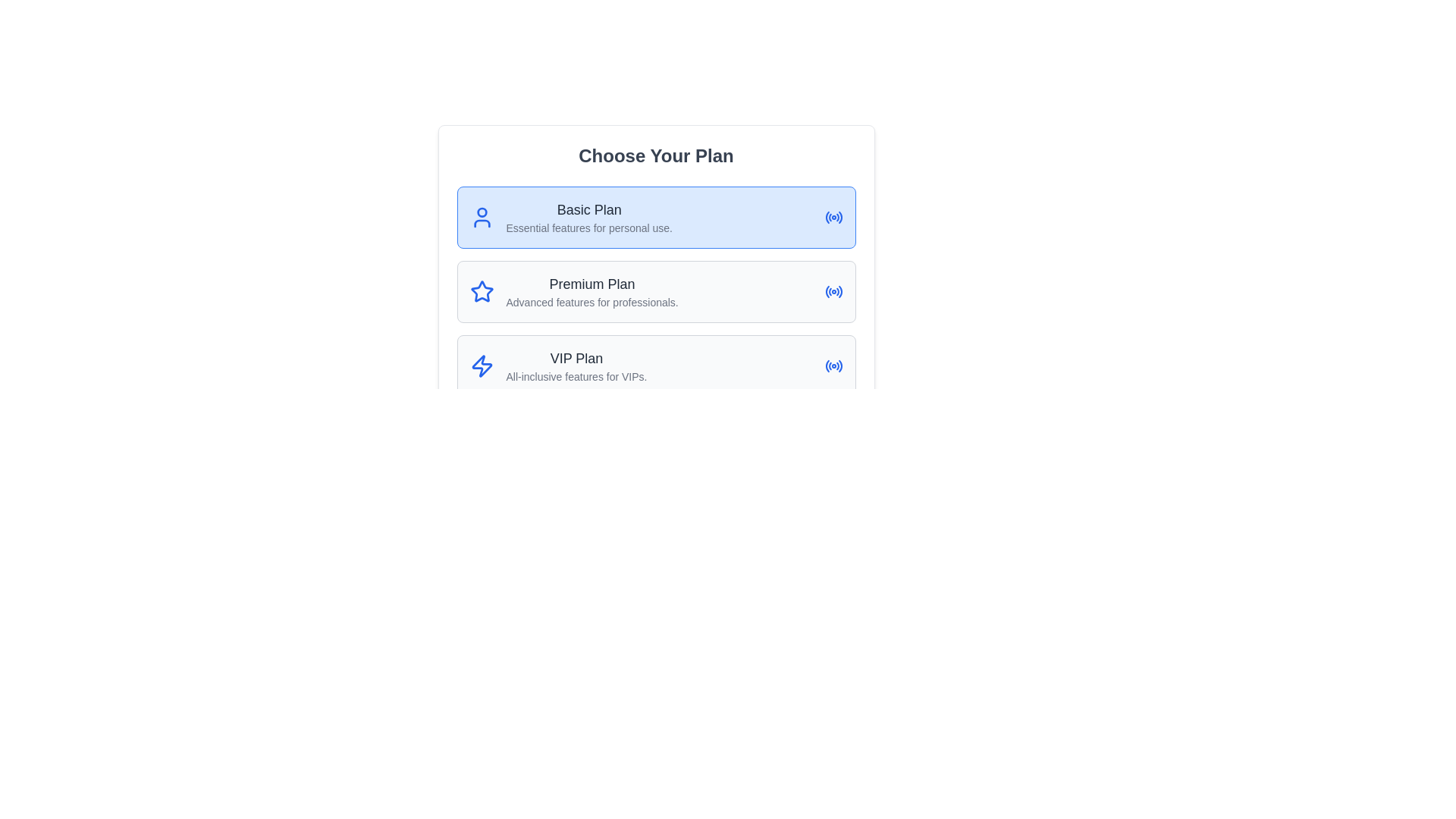 Image resolution: width=1456 pixels, height=819 pixels. I want to click on informational text block labeled 'VIP Plan' which is the third option in the list of selectable plans, so click(576, 366).